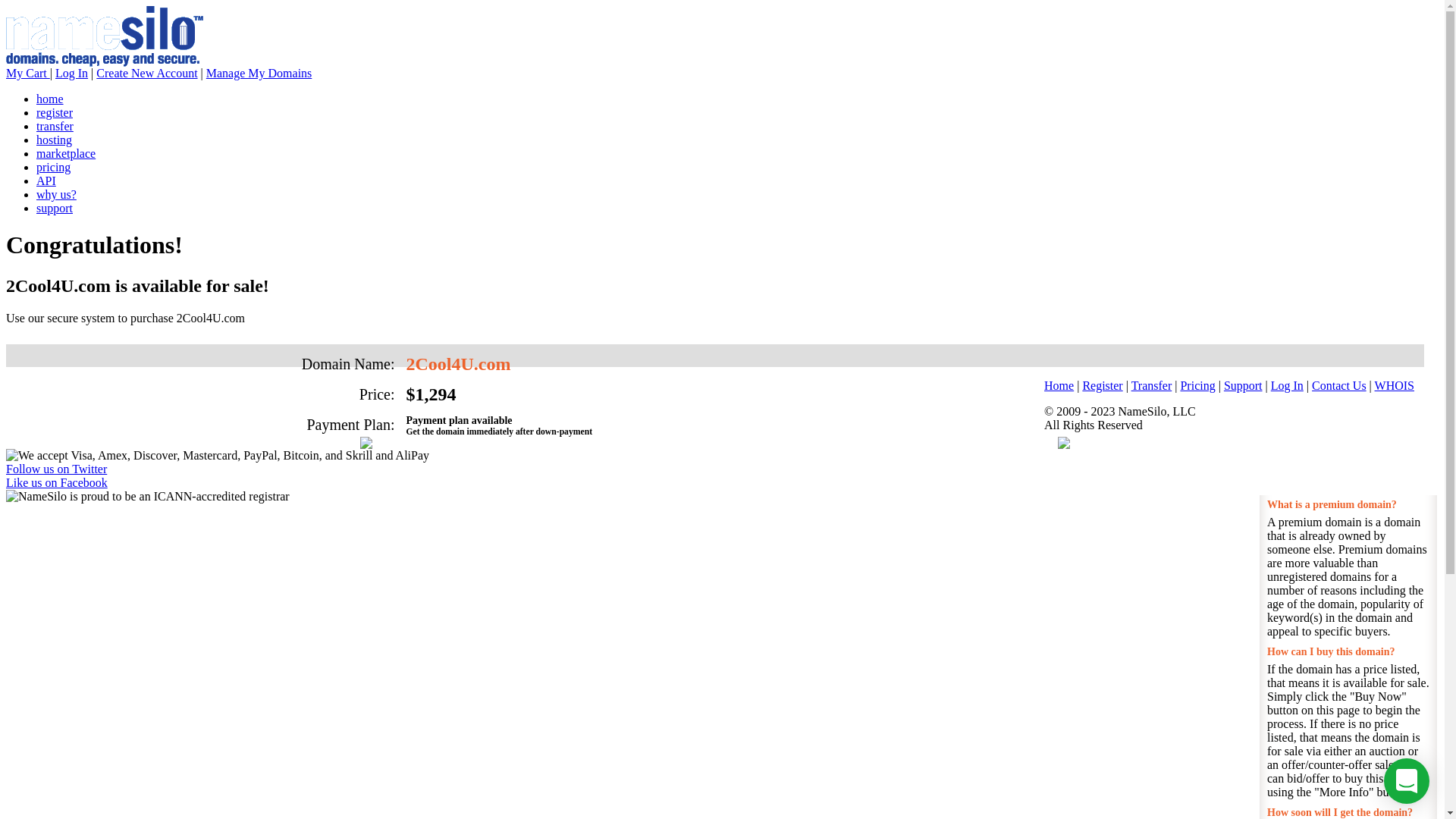 The height and width of the screenshot is (819, 1456). I want to click on 'pricing', so click(53, 167).